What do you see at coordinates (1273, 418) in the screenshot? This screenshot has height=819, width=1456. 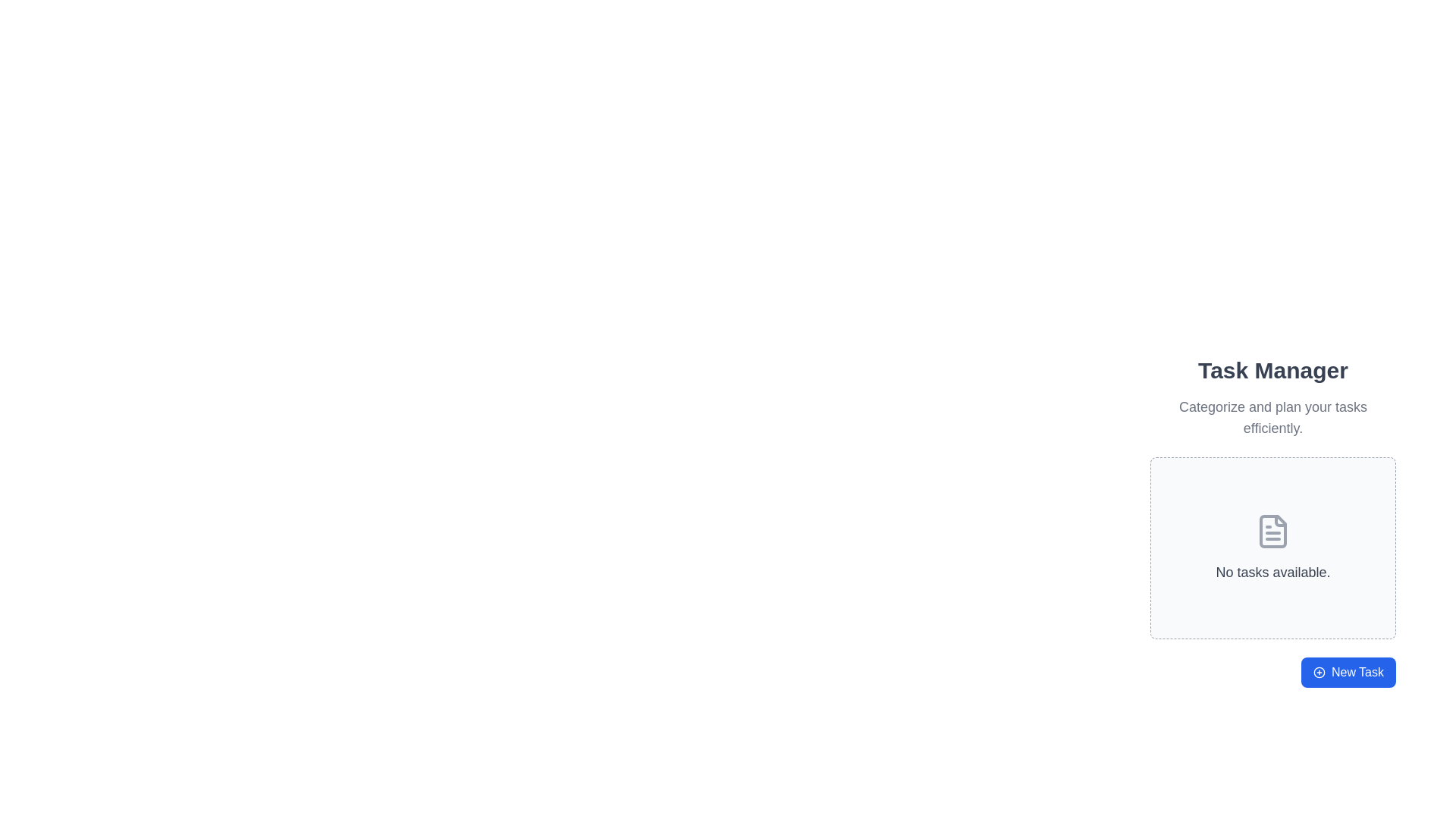 I see `the static text that serves as a descriptive subtitle or tagline for the 'Task Manager' module, located just below the heading` at bounding box center [1273, 418].